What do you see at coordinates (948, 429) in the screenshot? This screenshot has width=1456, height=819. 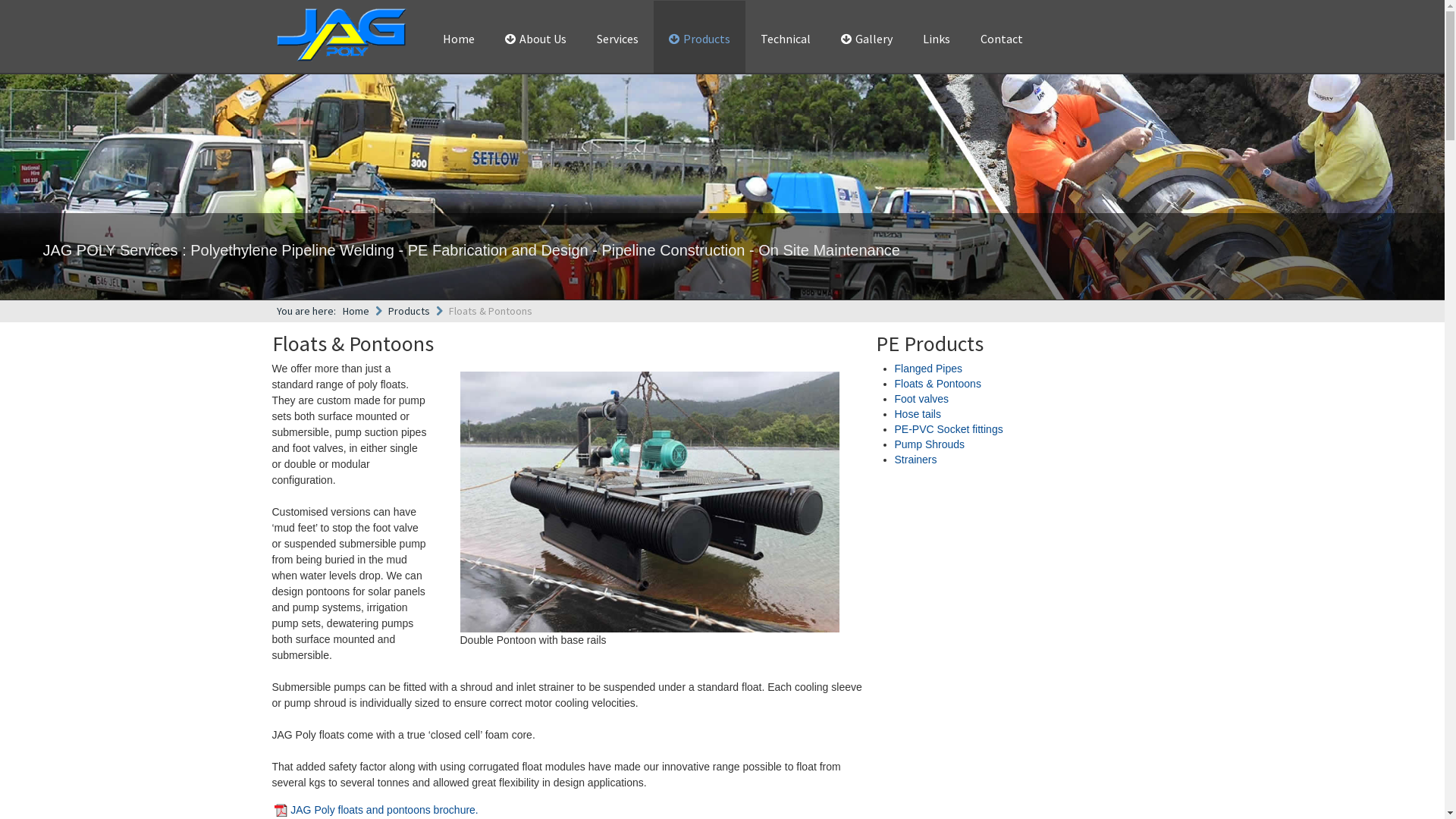 I see `'PE-PVC Socket fittings'` at bounding box center [948, 429].